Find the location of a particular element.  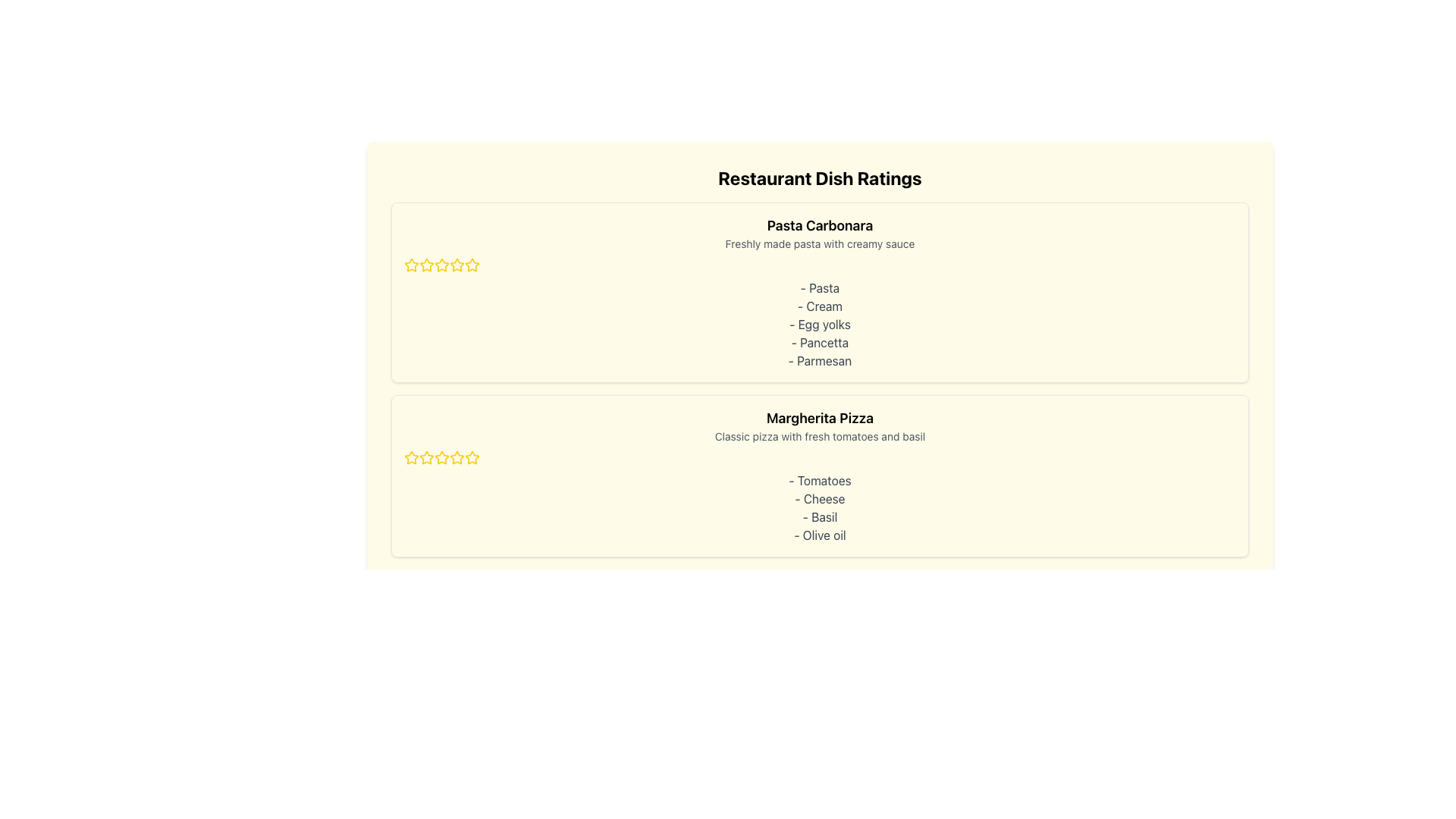

the fifth star in the Margherita Pizza rating stars is located at coordinates (441, 457).